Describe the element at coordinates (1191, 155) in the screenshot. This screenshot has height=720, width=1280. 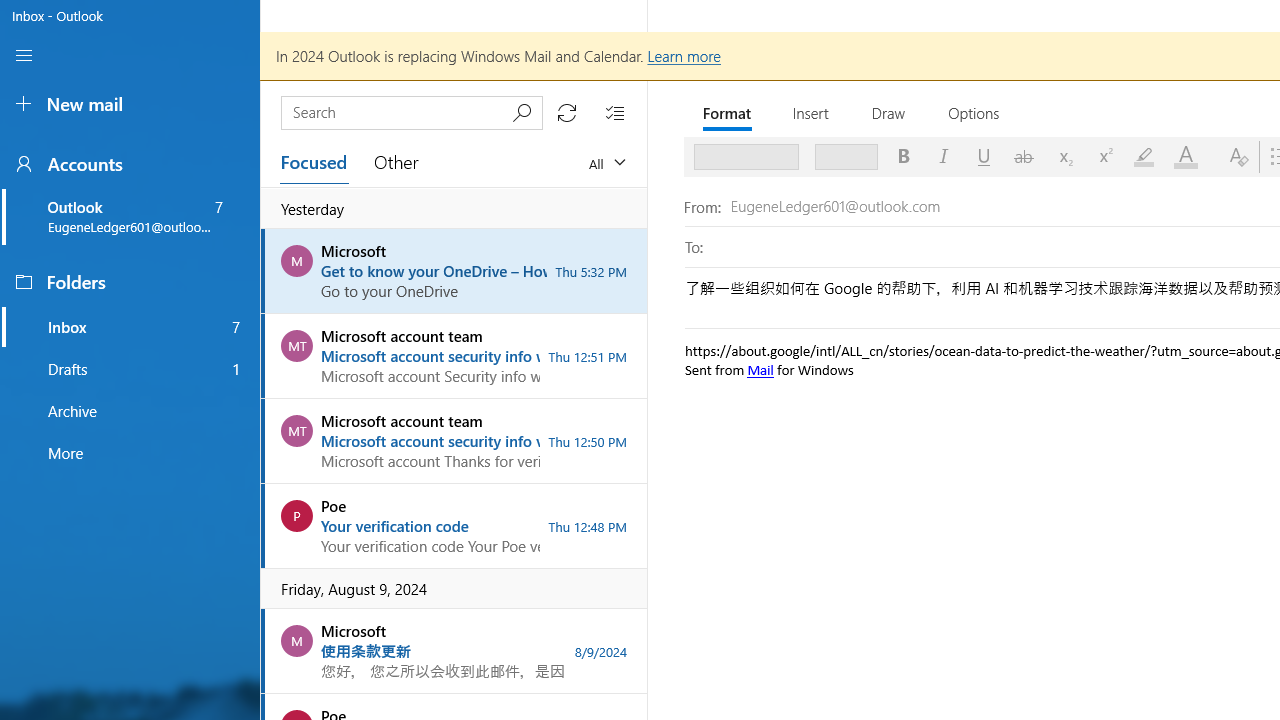
I see `'Font Color'` at that location.